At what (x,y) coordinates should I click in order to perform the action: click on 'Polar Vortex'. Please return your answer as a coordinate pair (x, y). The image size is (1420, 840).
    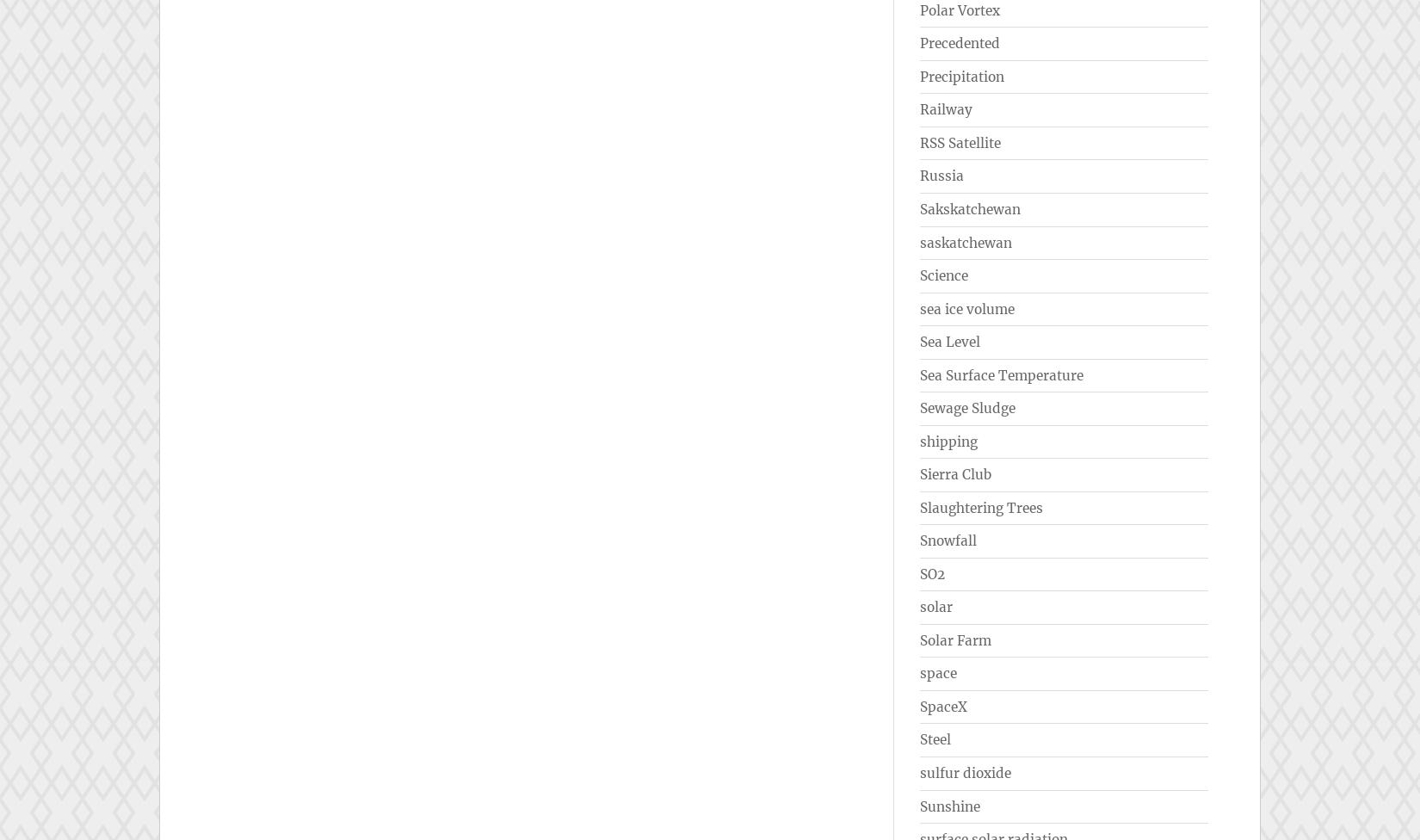
    Looking at the image, I should click on (920, 9).